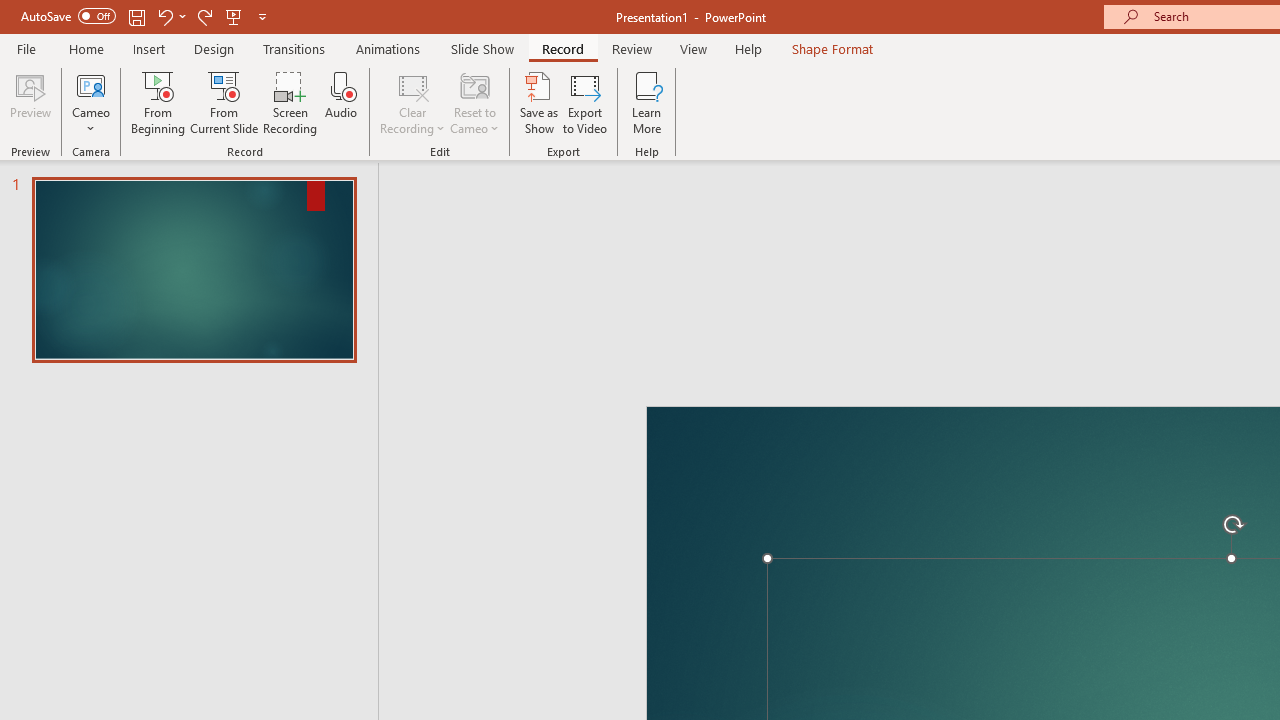  Describe the element at coordinates (68, 16) in the screenshot. I see `'AutoSave'` at that location.